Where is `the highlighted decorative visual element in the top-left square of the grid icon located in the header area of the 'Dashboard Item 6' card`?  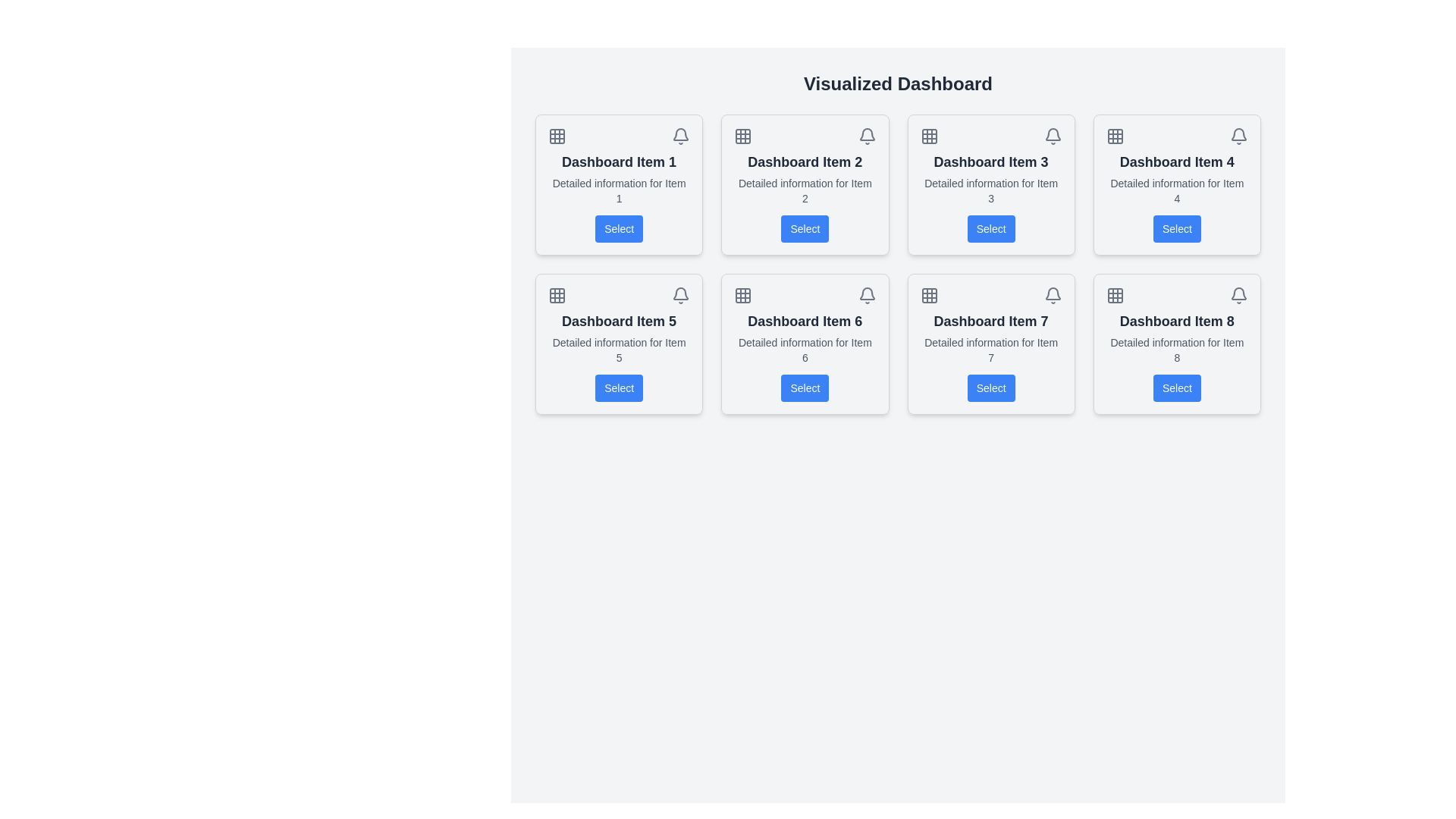
the highlighted decorative visual element in the top-left square of the grid icon located in the header area of the 'Dashboard Item 6' card is located at coordinates (743, 295).